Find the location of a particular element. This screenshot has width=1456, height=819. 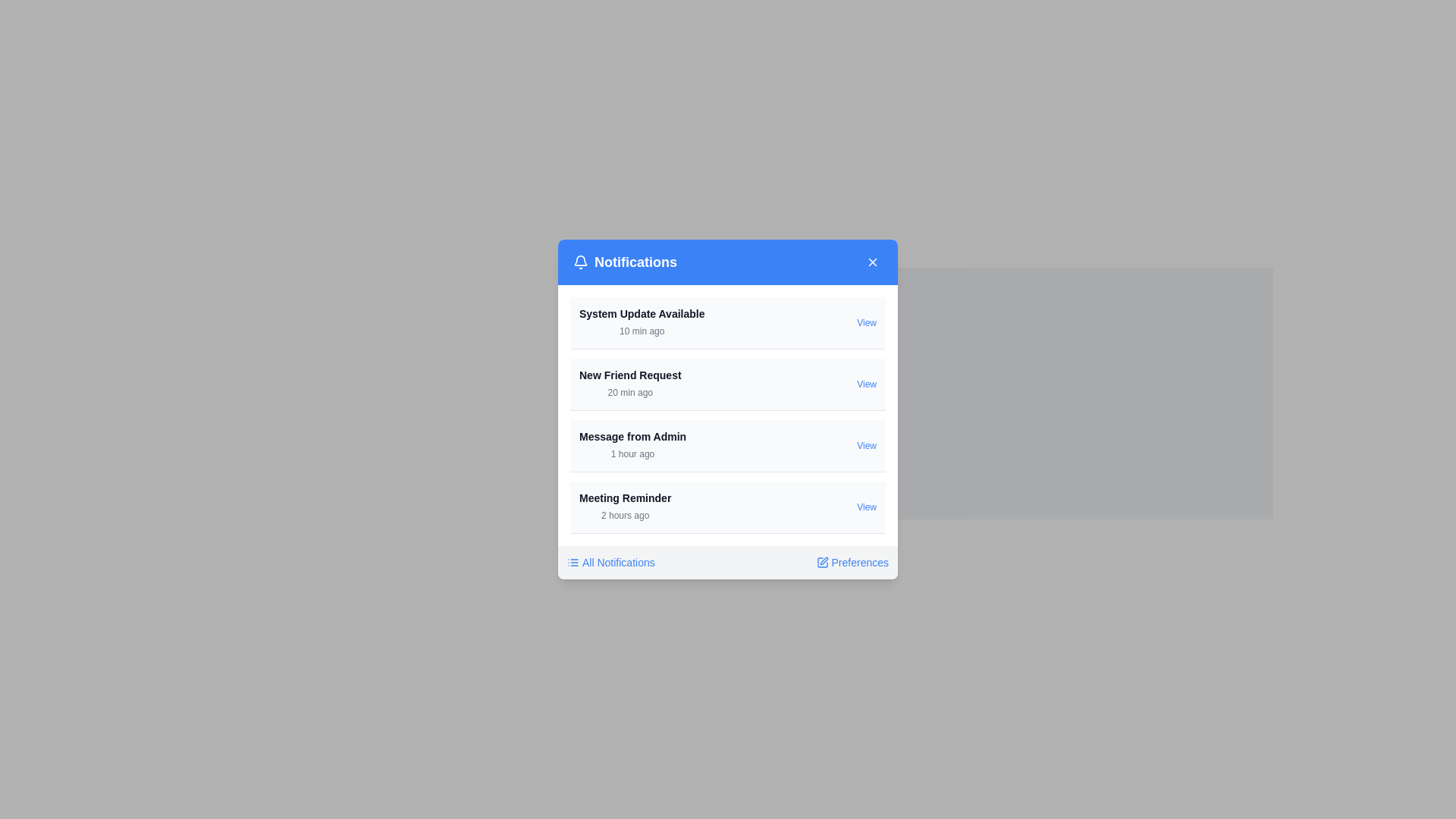

text 'Notifications' from the Label with icon element located in the blue header bar of the notification modal is located at coordinates (625, 262).